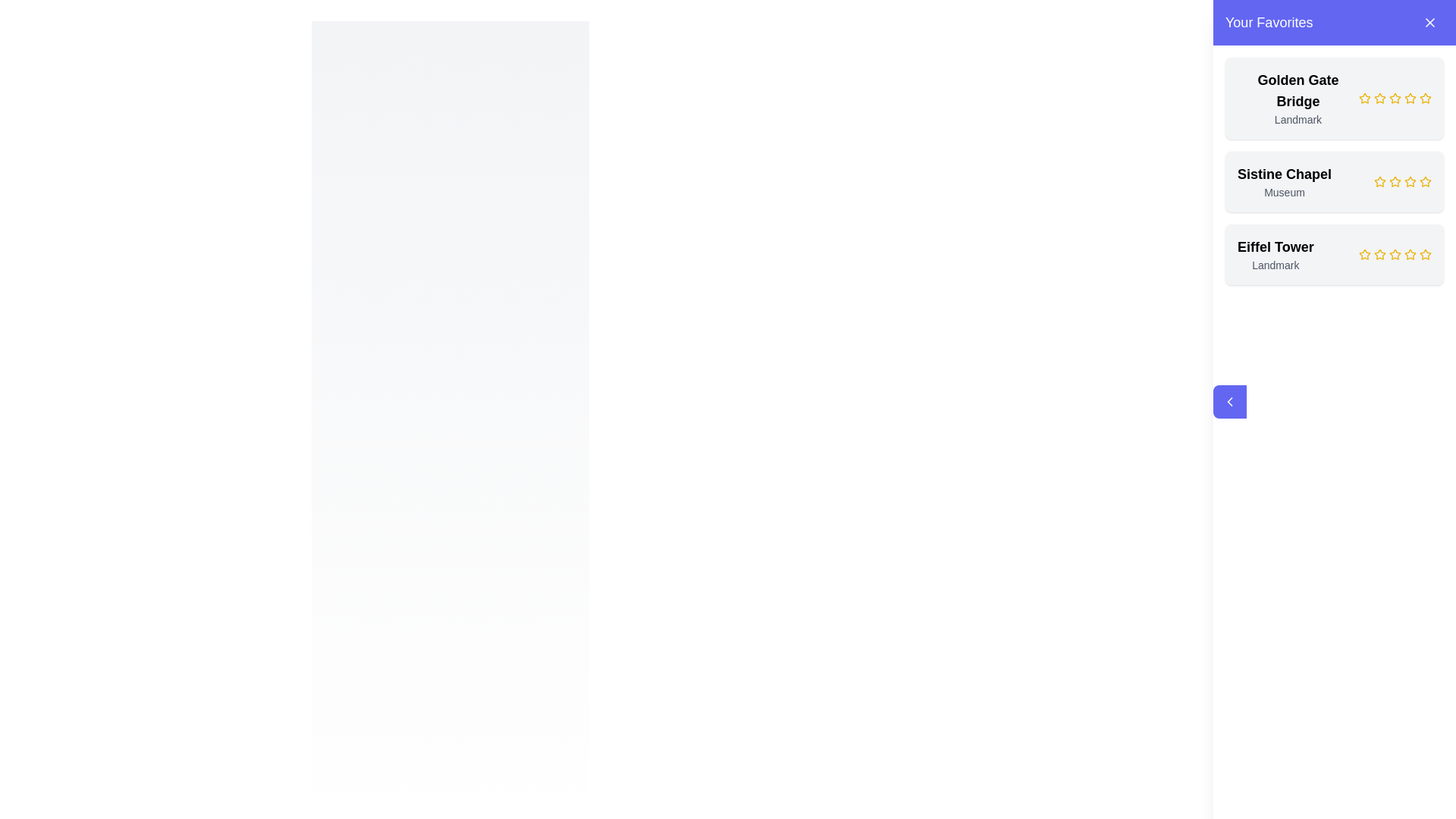  What do you see at coordinates (1410, 253) in the screenshot?
I see `the sixth star icon, which is a hollow outline yellow star in the rating indicator of the 'Eiffel Tower' item in the 'Your Favorites' panel` at bounding box center [1410, 253].